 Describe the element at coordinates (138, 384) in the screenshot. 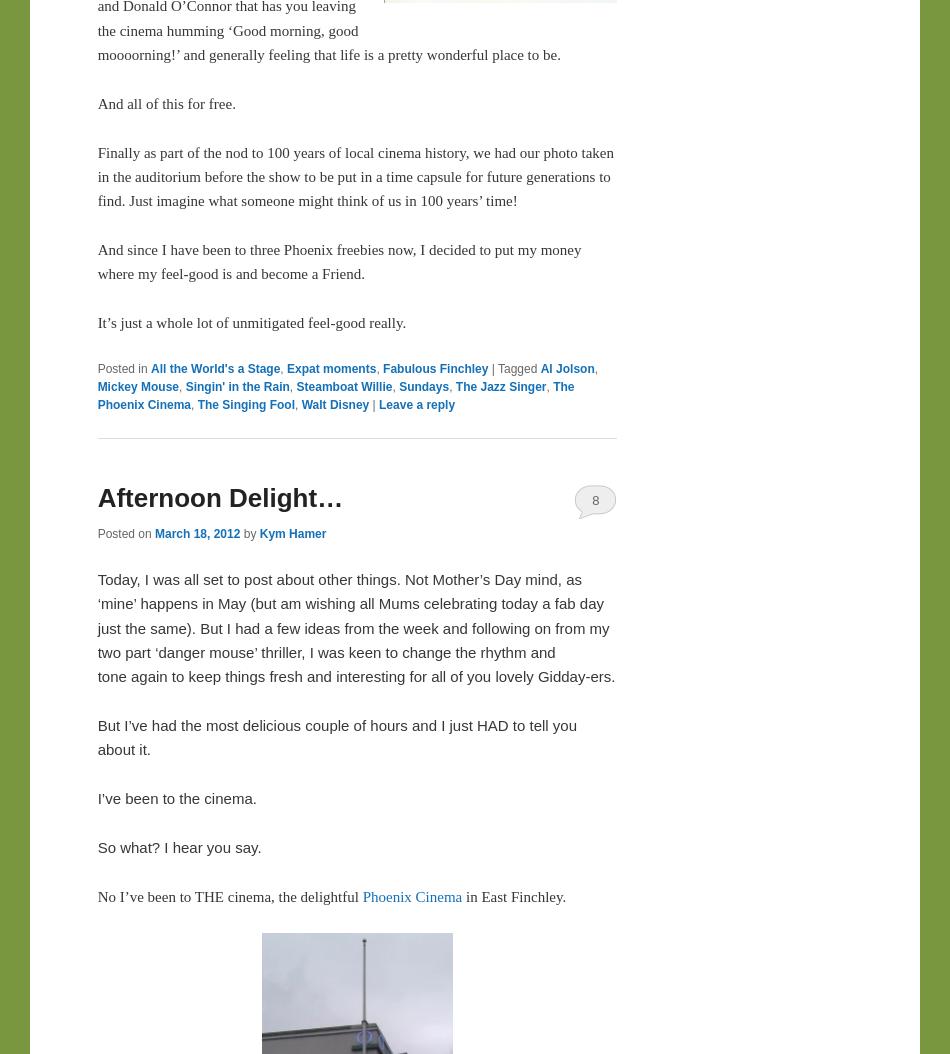

I see `'Mickey Mouse'` at that location.